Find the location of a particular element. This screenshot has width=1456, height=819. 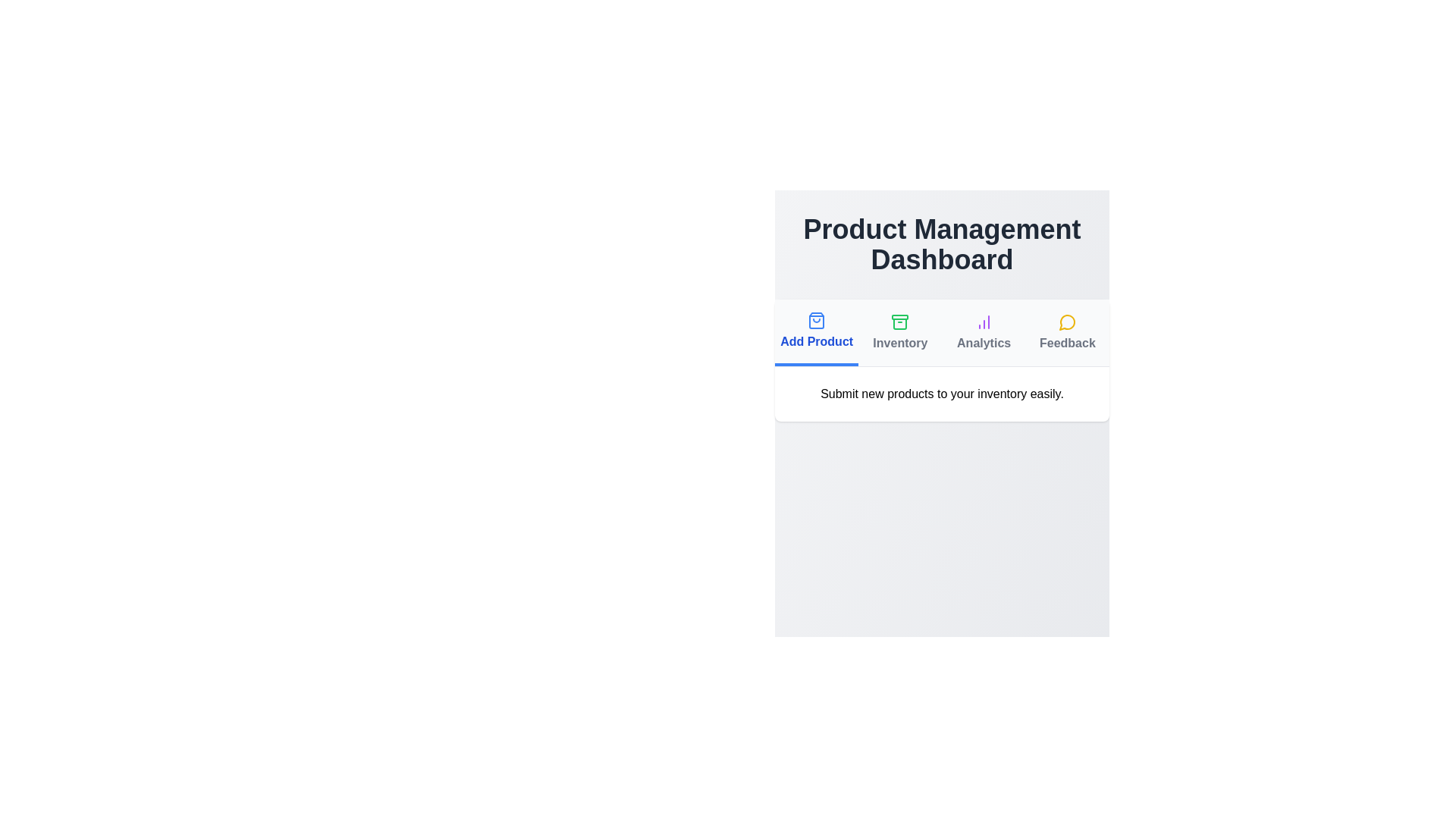

the 'Feedback' text label in the navigation menu is located at coordinates (1066, 343).